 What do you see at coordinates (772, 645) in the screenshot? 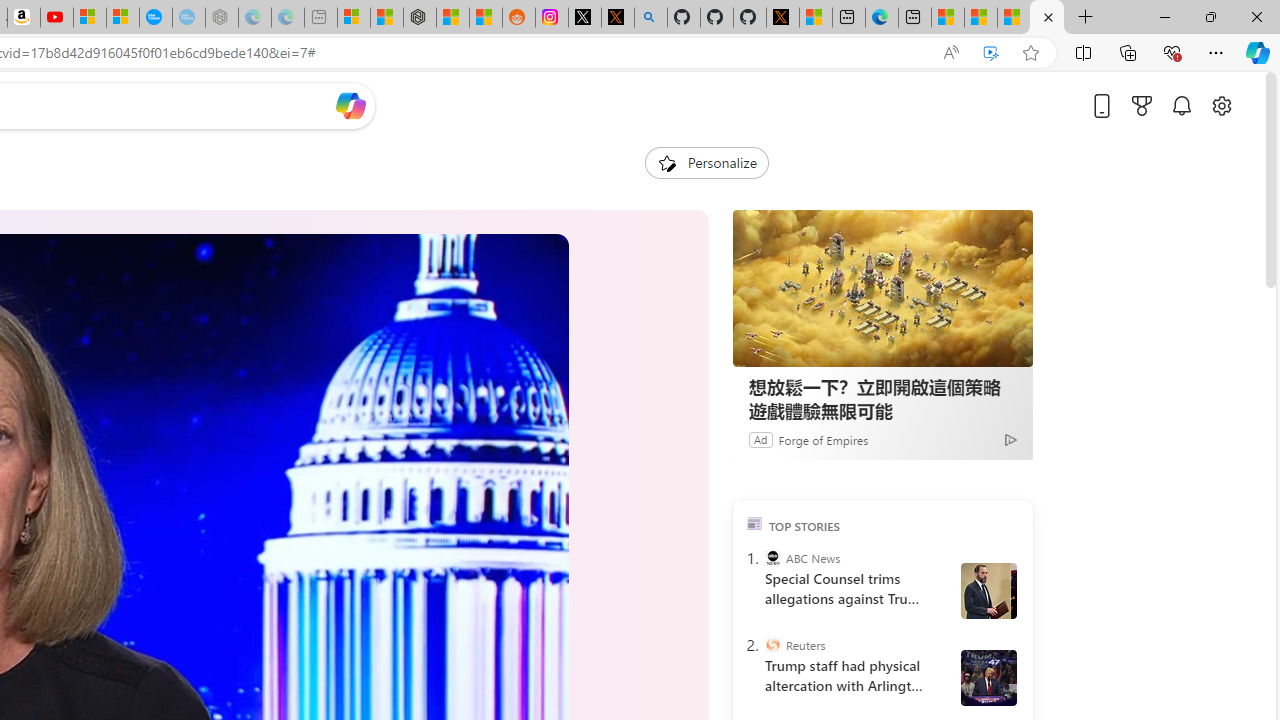
I see `'Reuters'` at bounding box center [772, 645].